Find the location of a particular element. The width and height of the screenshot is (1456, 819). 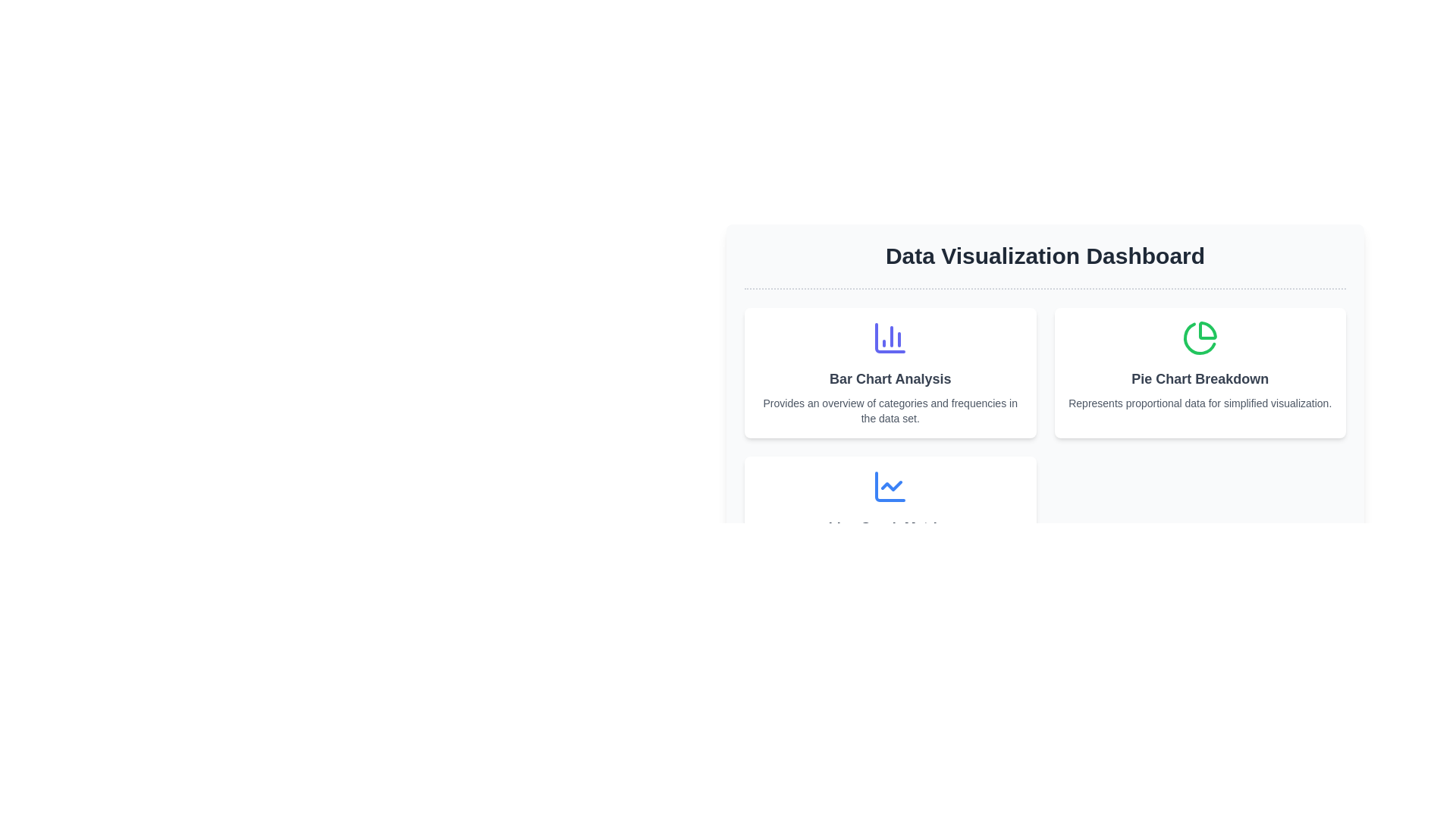

the pie chart icon located in the 'Pie Chart Breakdown' section on the right panel of the interface is located at coordinates (1198, 337).